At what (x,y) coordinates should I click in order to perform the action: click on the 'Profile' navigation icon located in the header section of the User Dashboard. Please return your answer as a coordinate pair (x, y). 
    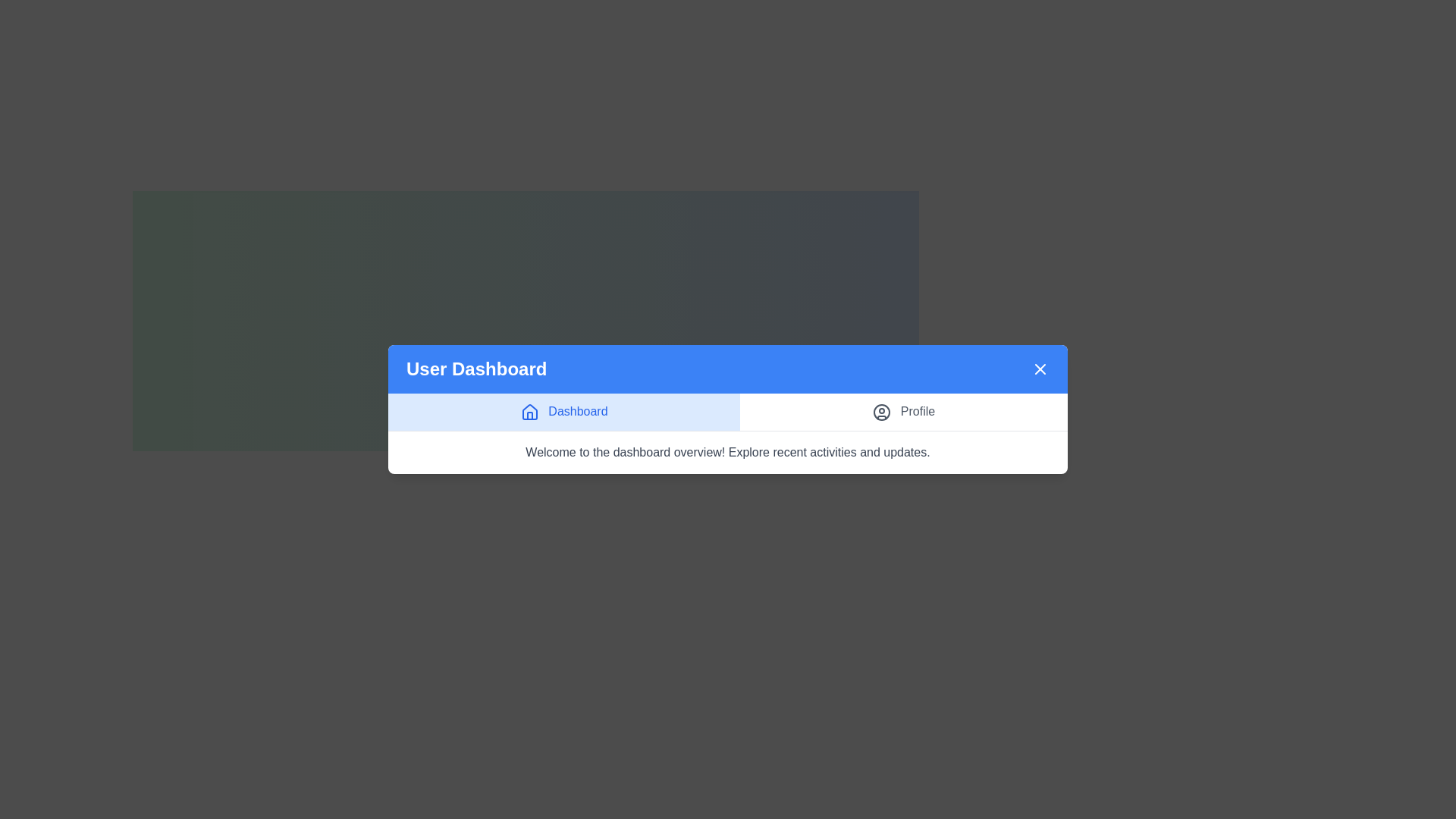
    Looking at the image, I should click on (882, 412).